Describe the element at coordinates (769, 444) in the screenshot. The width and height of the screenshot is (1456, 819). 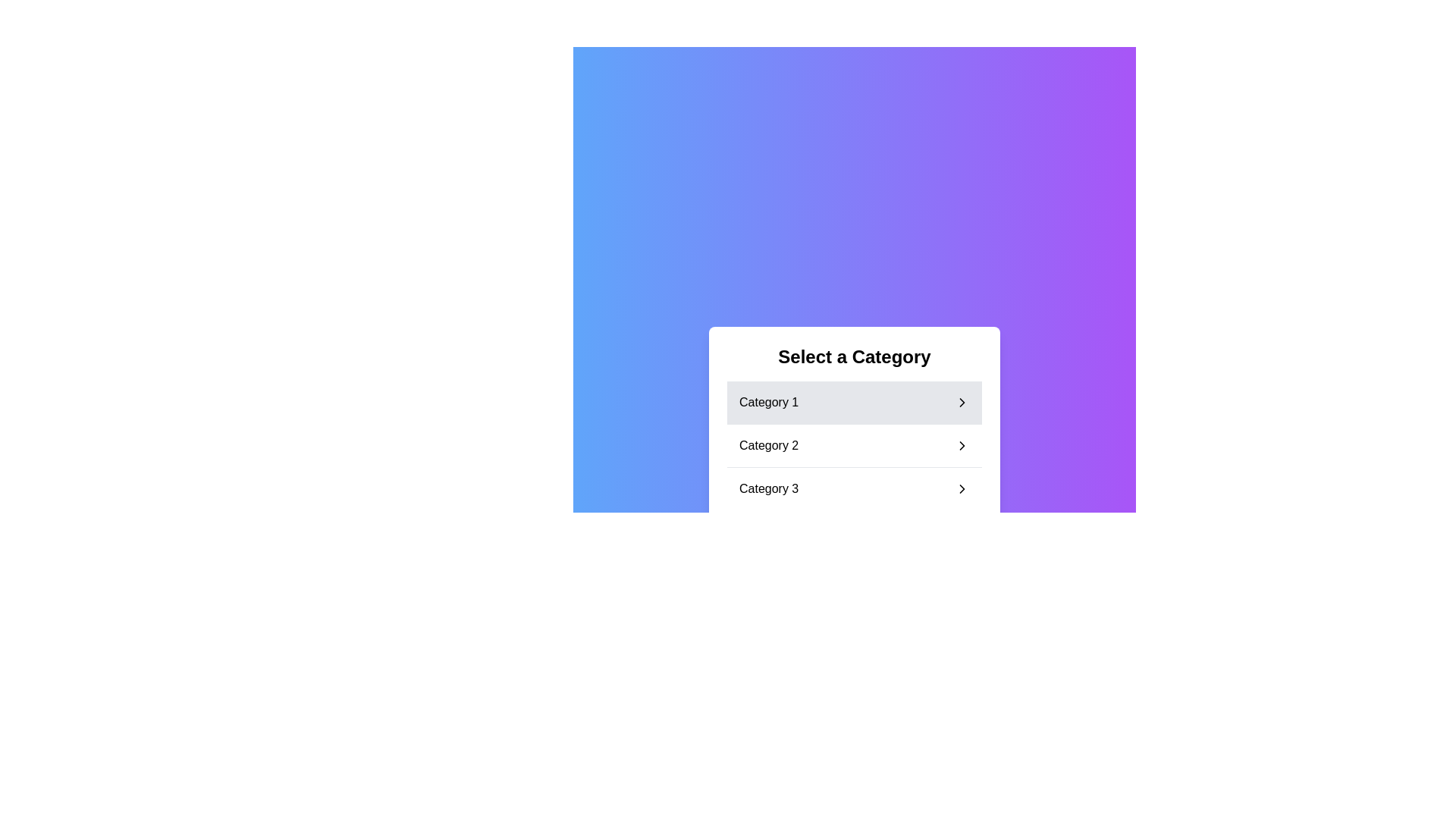
I see `the text label displaying 'Category 2'` at that location.